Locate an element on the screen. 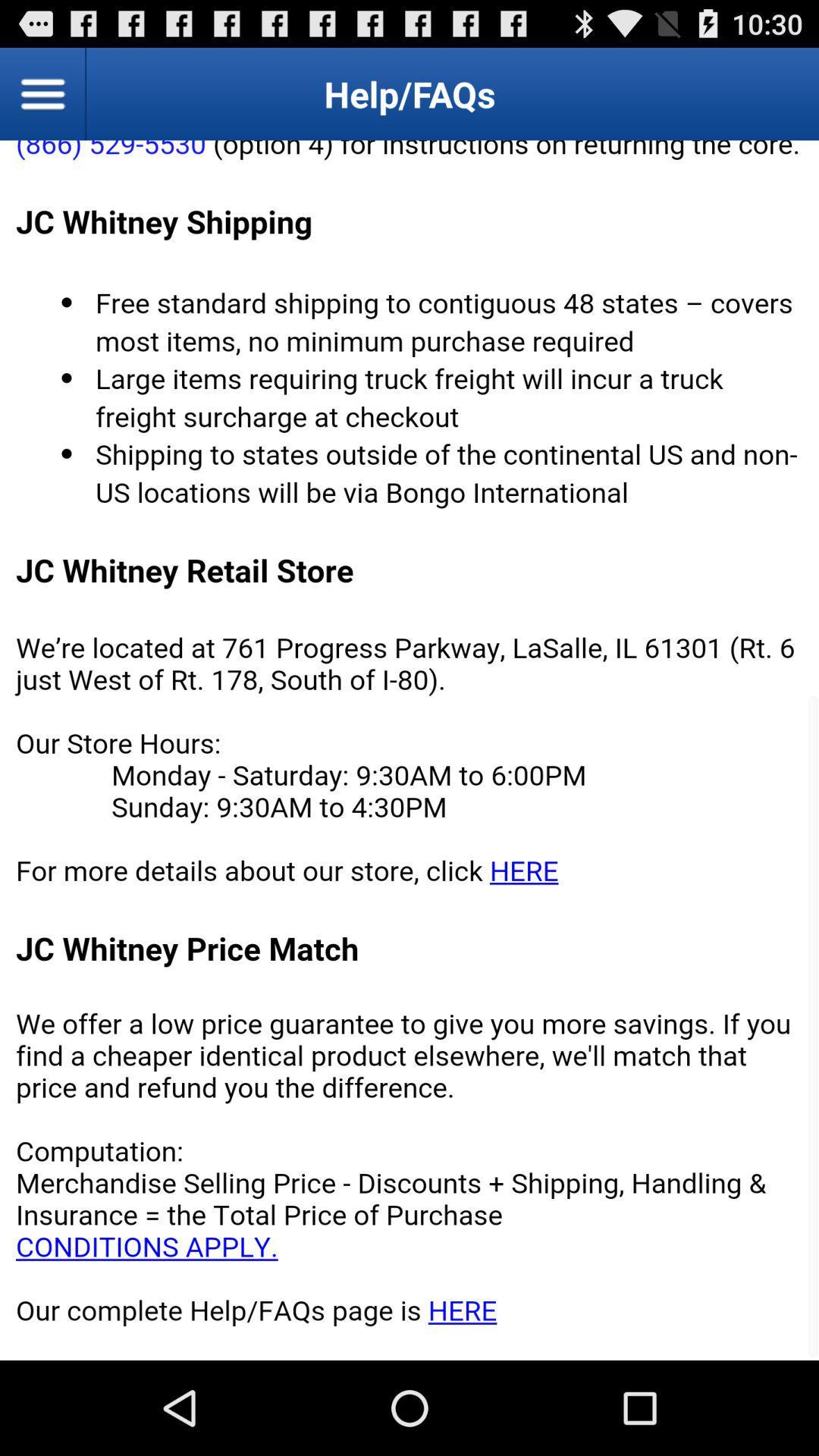 The image size is (819, 1456). the menu icon is located at coordinates (42, 99).